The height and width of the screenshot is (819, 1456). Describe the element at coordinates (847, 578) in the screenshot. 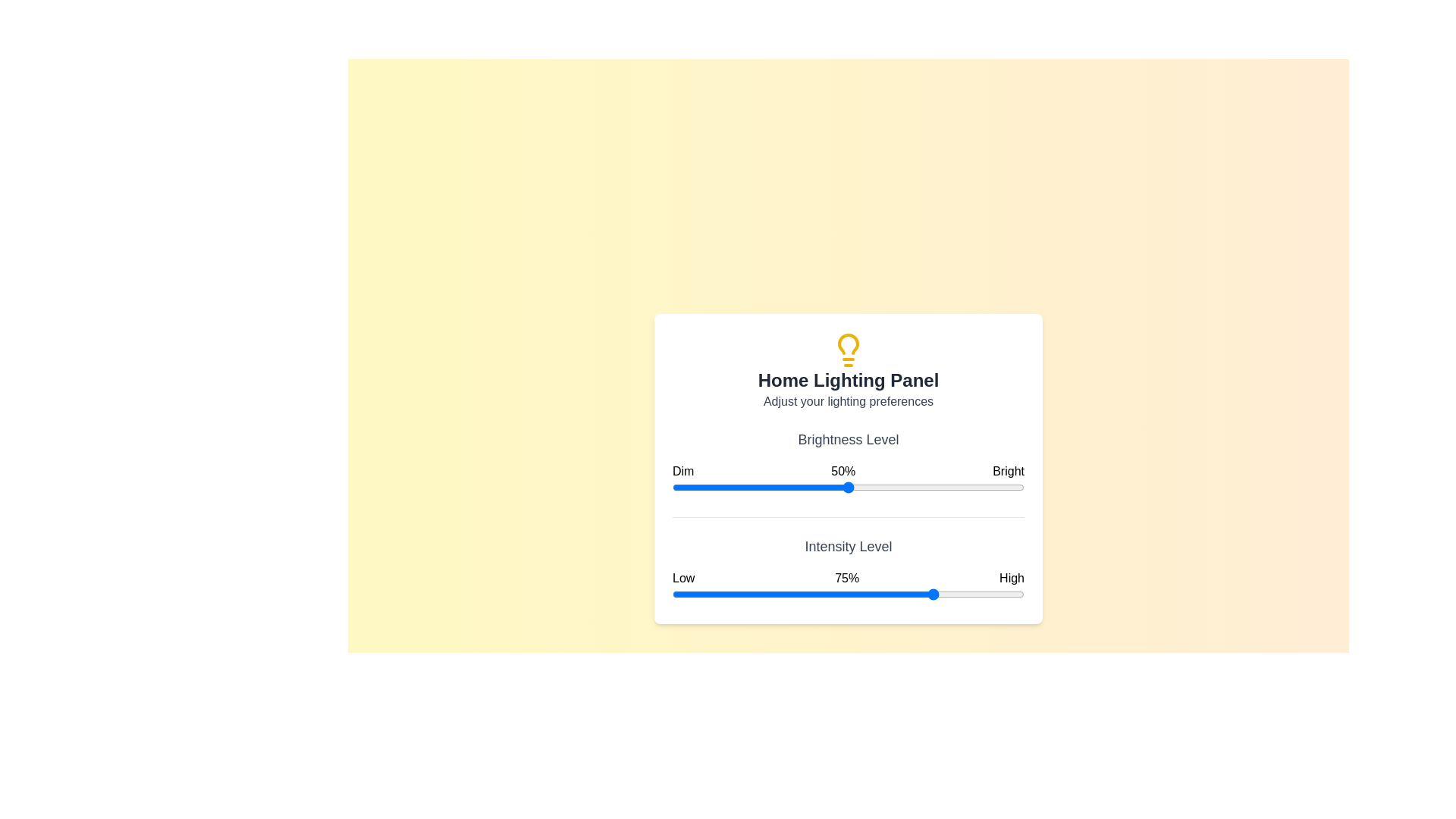

I see `the Label group for the slider which contains the texts 'Low', '75%', and 'High', positioned above the range slider and below the label 'Intensity Level'` at that location.